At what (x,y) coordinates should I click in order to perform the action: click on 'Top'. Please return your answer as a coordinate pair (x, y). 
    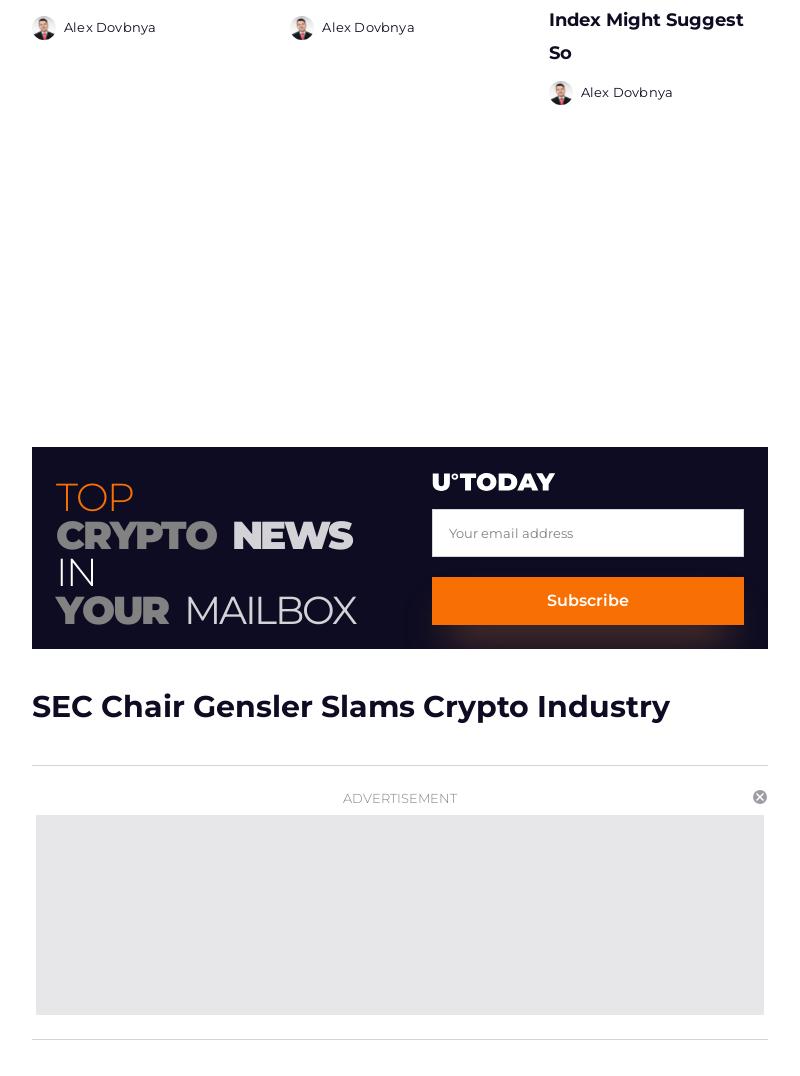
    Looking at the image, I should click on (94, 489).